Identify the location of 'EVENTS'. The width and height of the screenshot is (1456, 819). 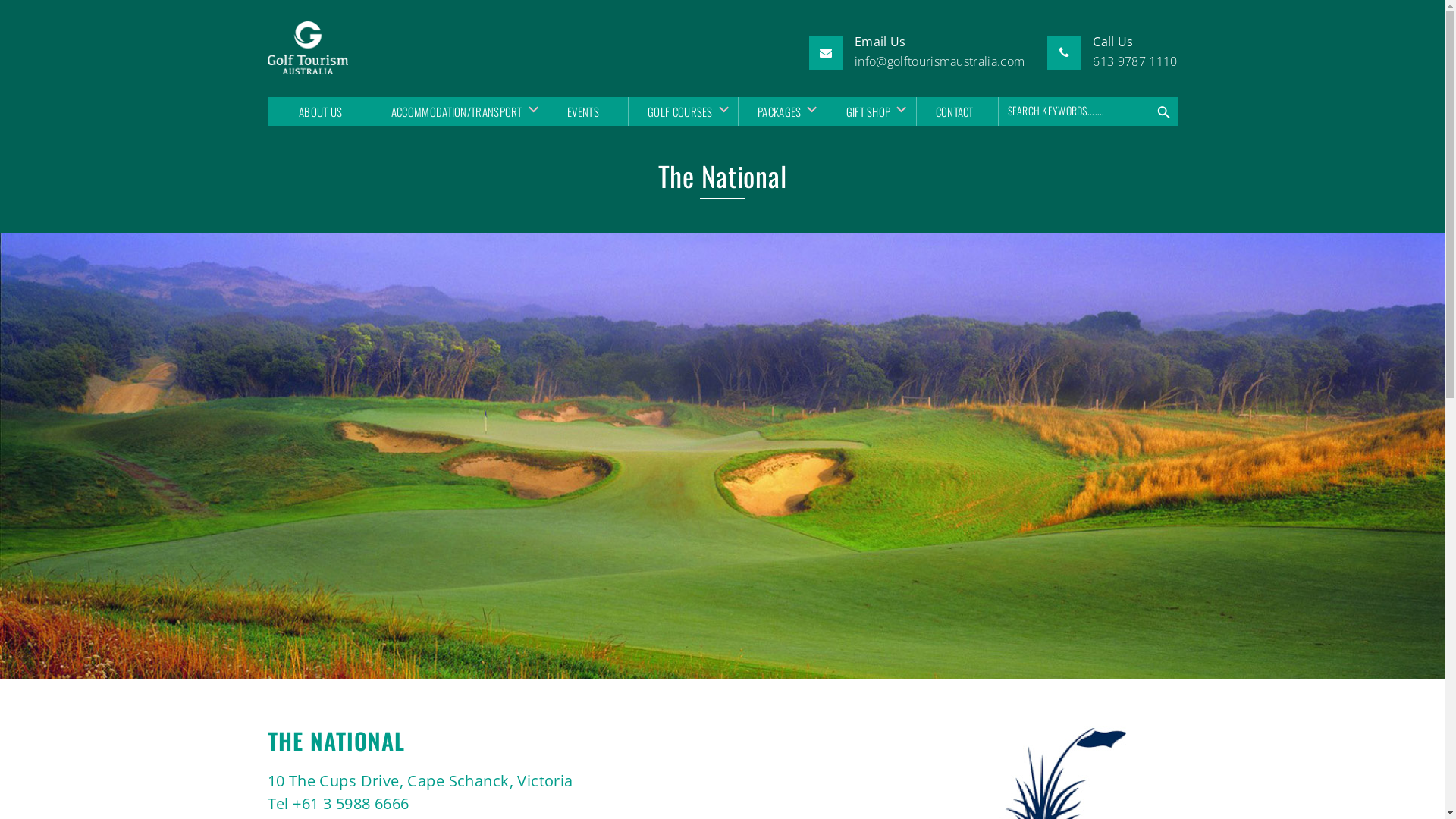
(582, 110).